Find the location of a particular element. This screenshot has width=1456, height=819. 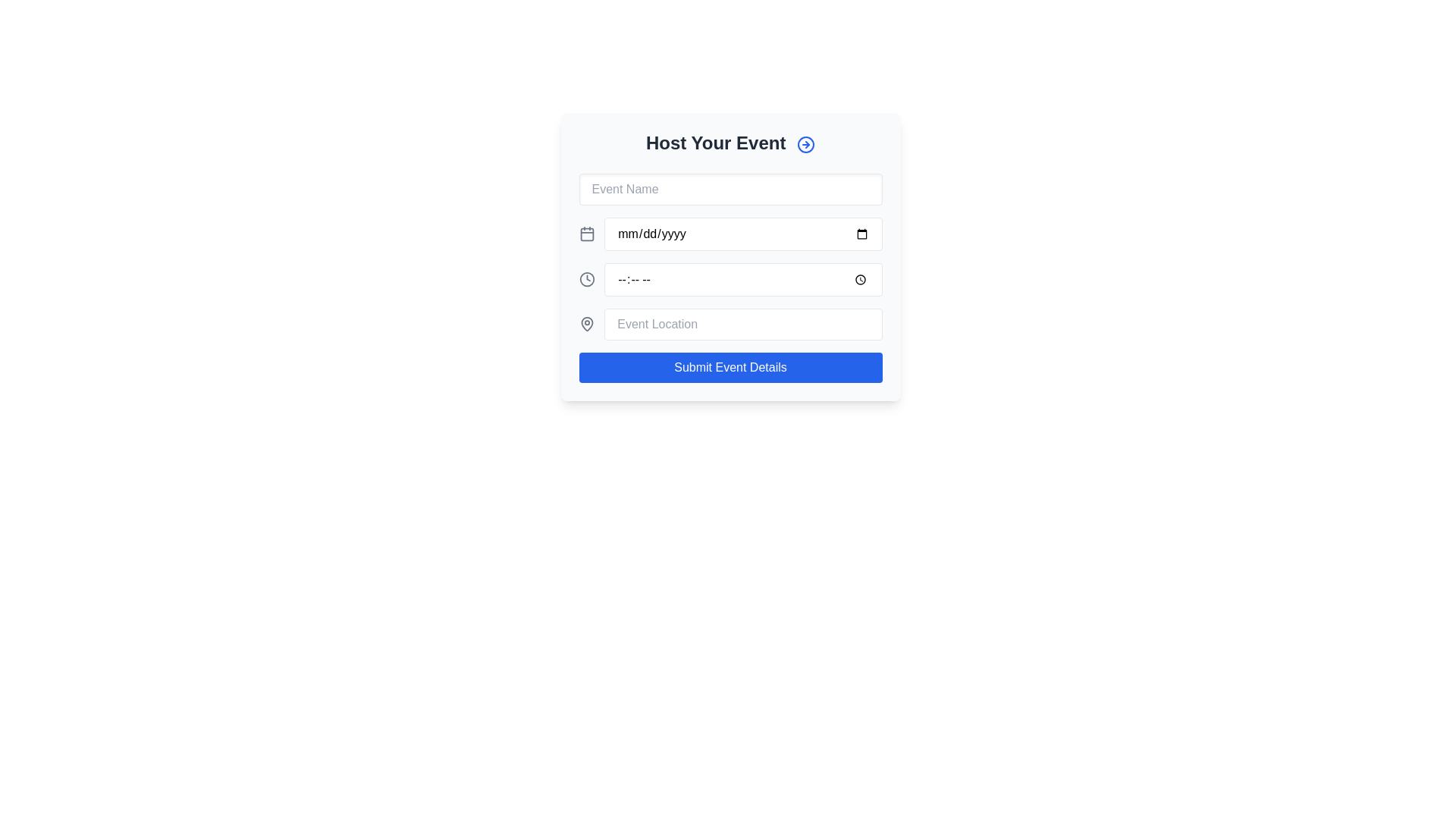

the calendar icon with a gray stroke located to the left of the 'mm/dd/yyyy' date input field in the second input row is located at coordinates (586, 234).